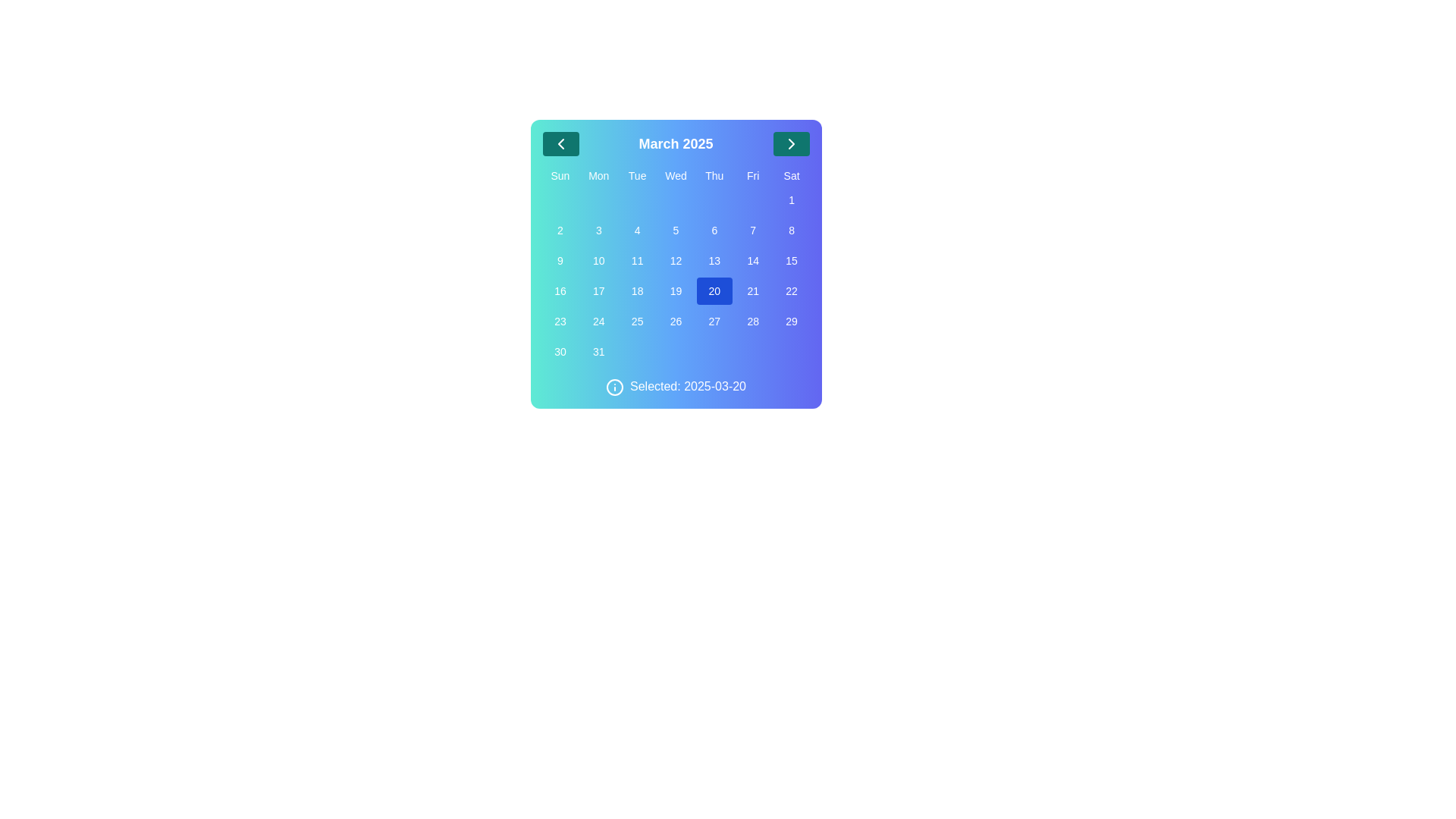 This screenshot has width=1456, height=819. Describe the element at coordinates (560, 291) in the screenshot. I see `the button representing the date 16th in the calendar grid under the week header 'Sun', located in the fourth row and the first column` at that location.